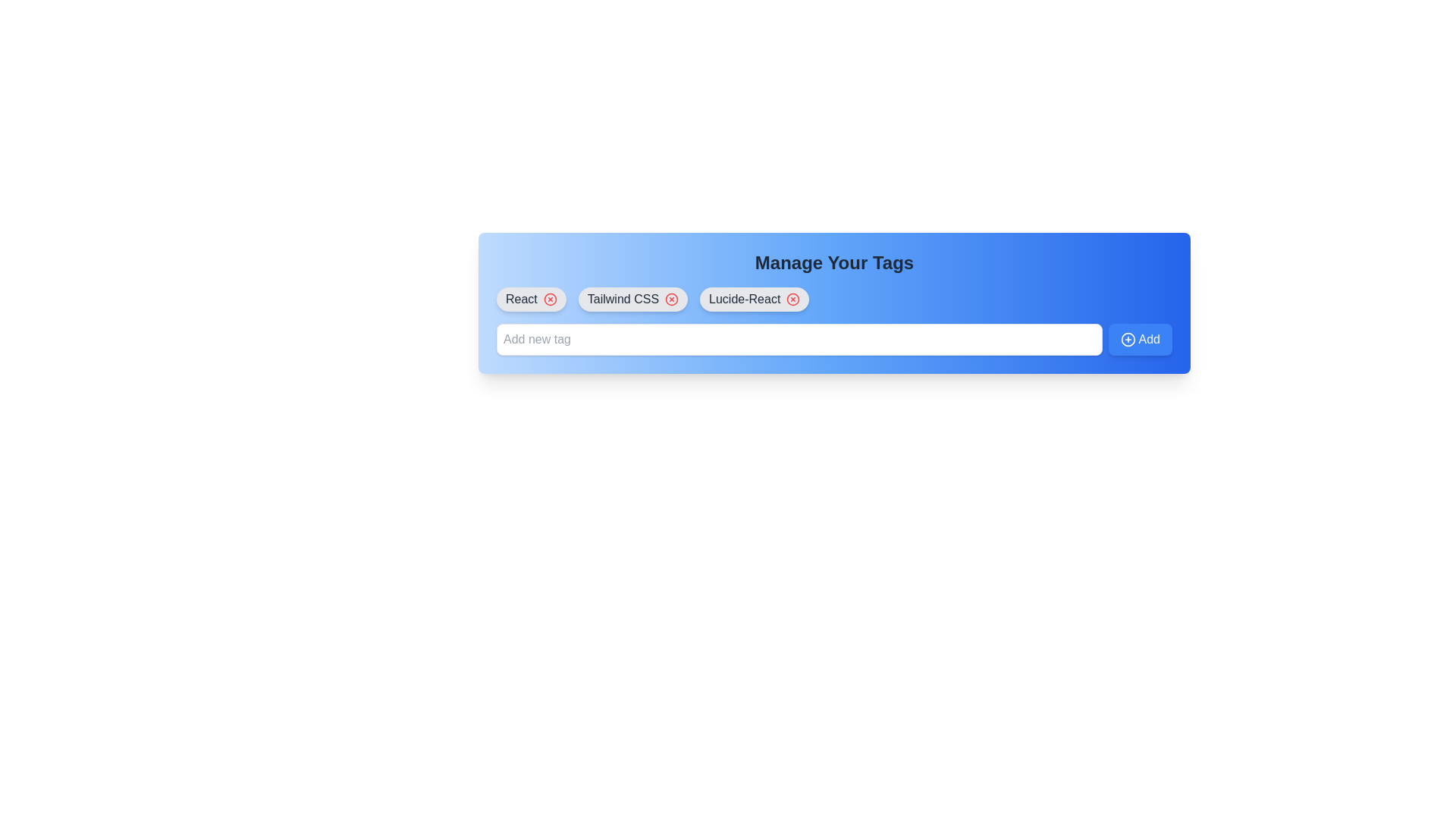 Image resolution: width=1456 pixels, height=819 pixels. I want to click on the circular button with a red fill and white inner area, located at the right end of the 'Lucide-React' tag, so click(792, 299).